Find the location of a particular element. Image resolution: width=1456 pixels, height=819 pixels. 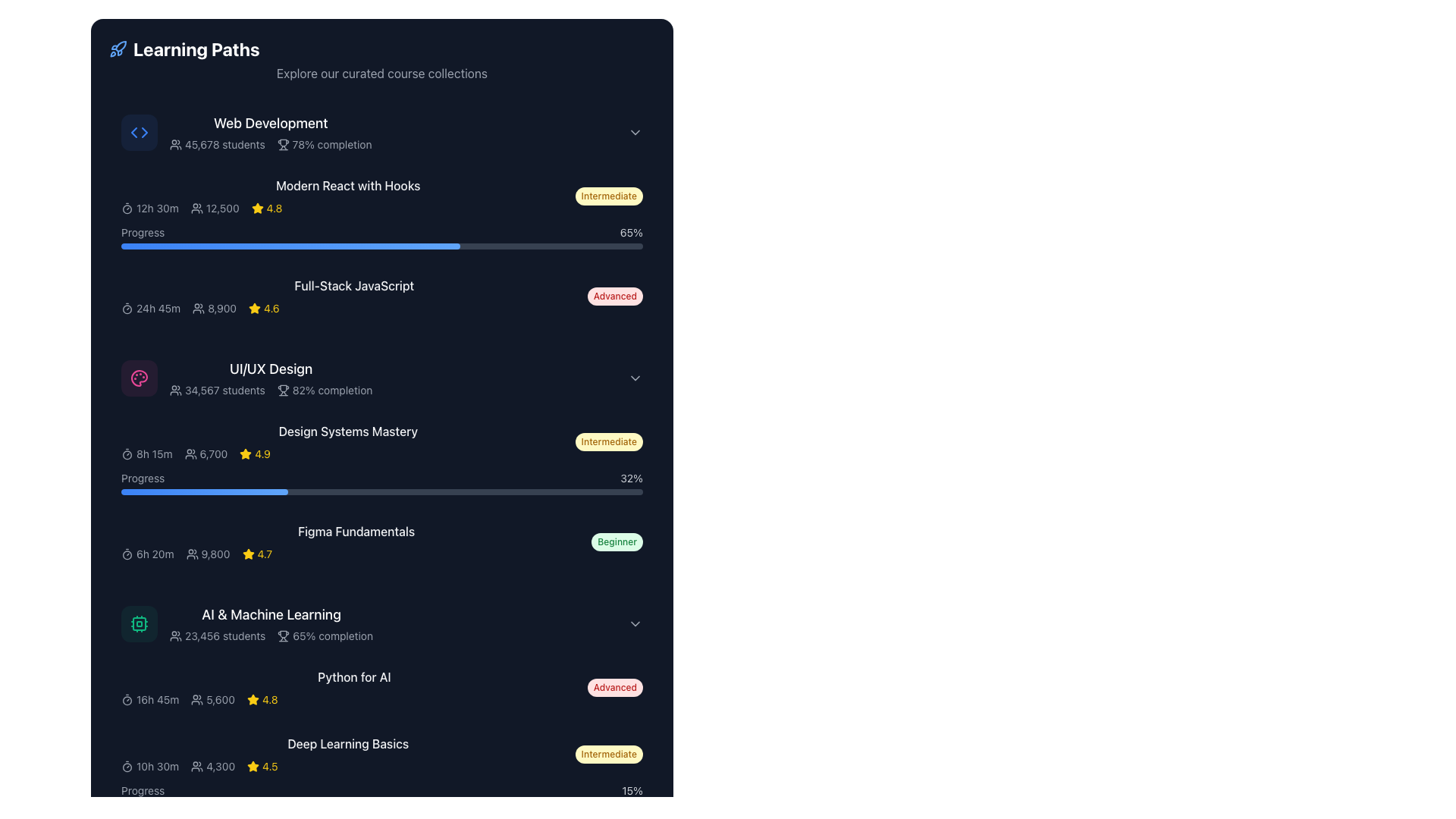

the SVG-based icon representing the duration of the 'Design Systems Mastery' course, located to the left of the text '8h 15m' is located at coordinates (127, 453).